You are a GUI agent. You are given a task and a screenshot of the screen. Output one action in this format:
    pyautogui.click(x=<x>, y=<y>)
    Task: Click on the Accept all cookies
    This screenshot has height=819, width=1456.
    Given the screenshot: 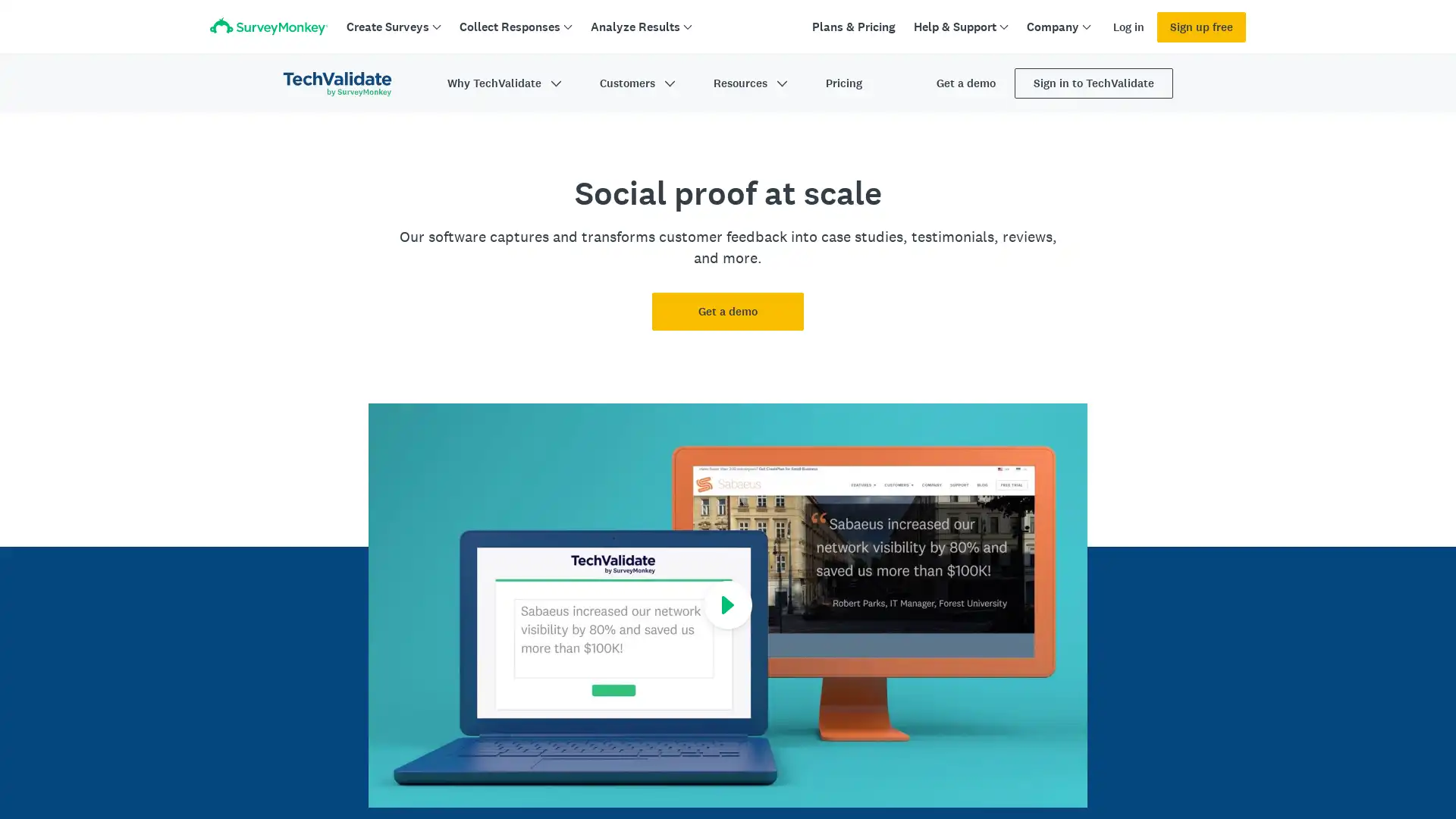 What is the action you would take?
    pyautogui.click(x=1174, y=765)
    